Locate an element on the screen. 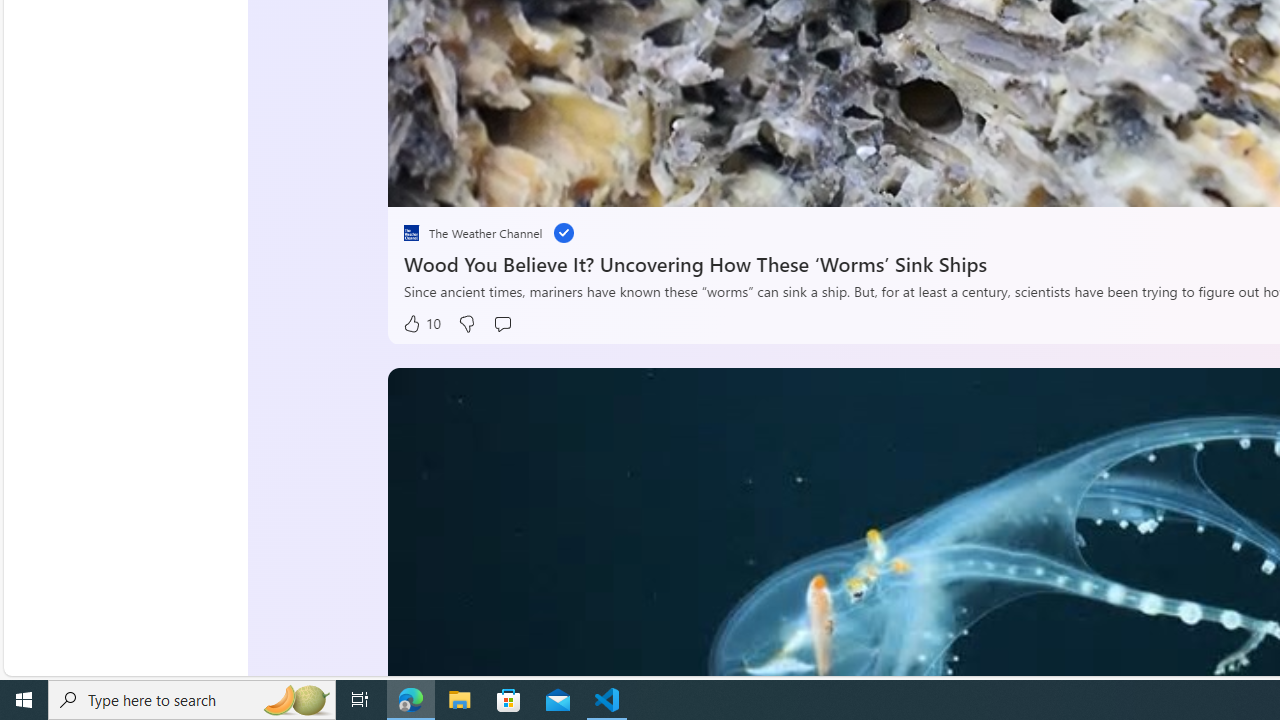 This screenshot has width=1280, height=720. 'Visual Studio Code - 1 running window' is located at coordinates (606, 698).